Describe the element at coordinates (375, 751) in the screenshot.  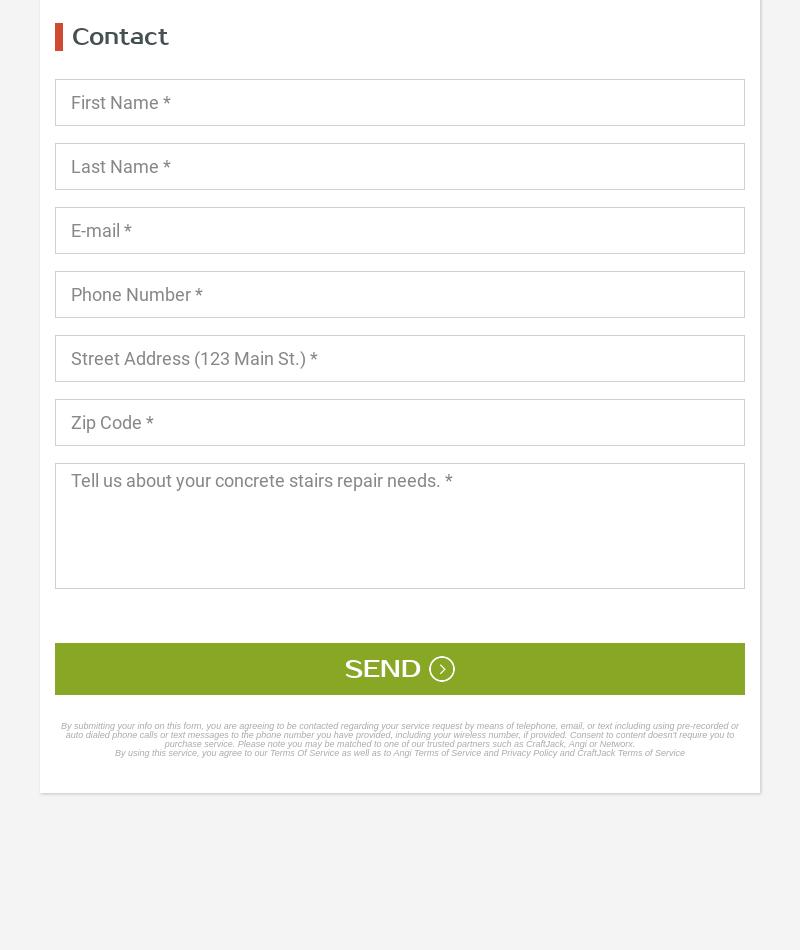
I see `'as well as to Angi'` at that location.